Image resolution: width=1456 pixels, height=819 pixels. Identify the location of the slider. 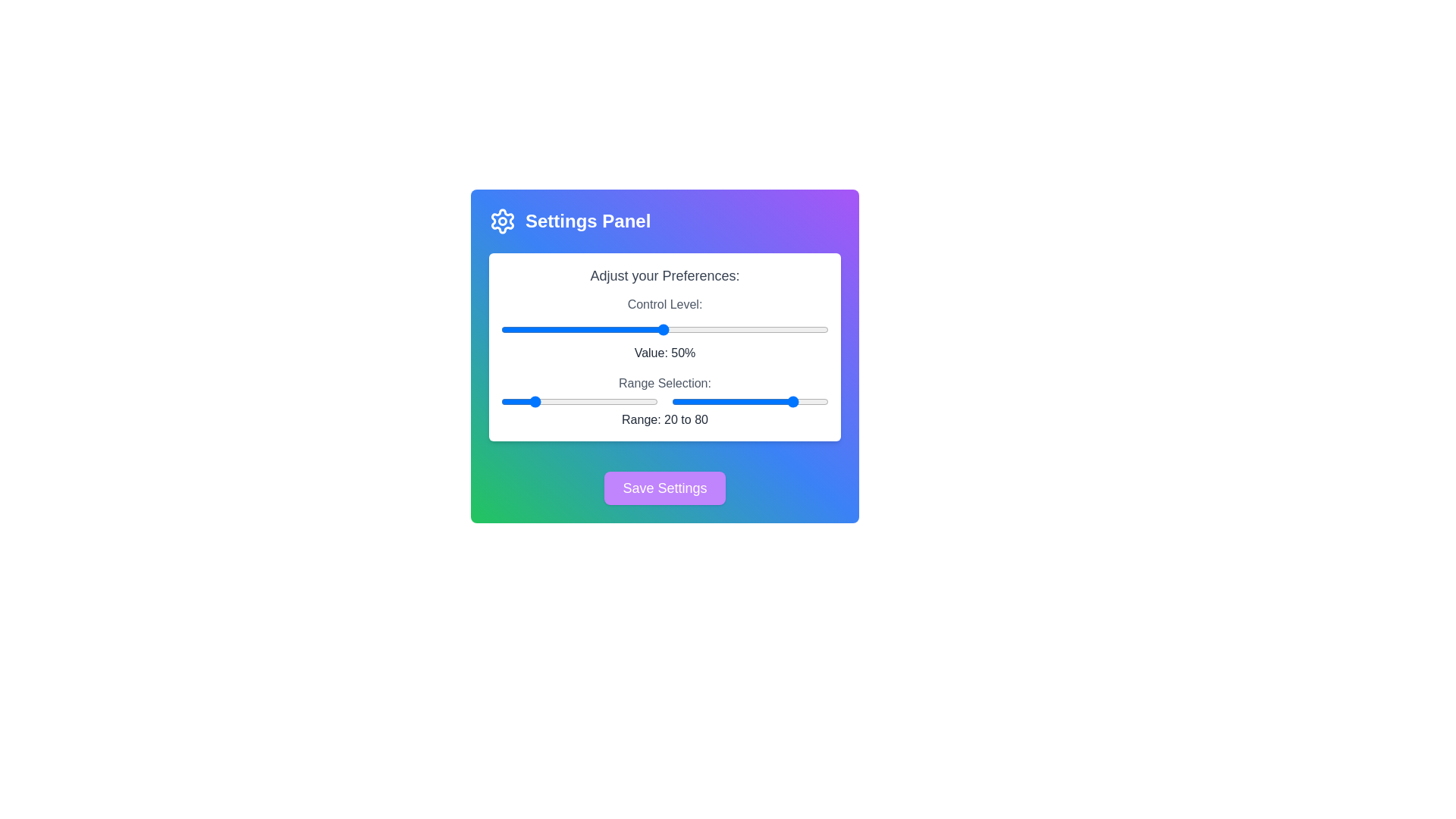
(556, 400).